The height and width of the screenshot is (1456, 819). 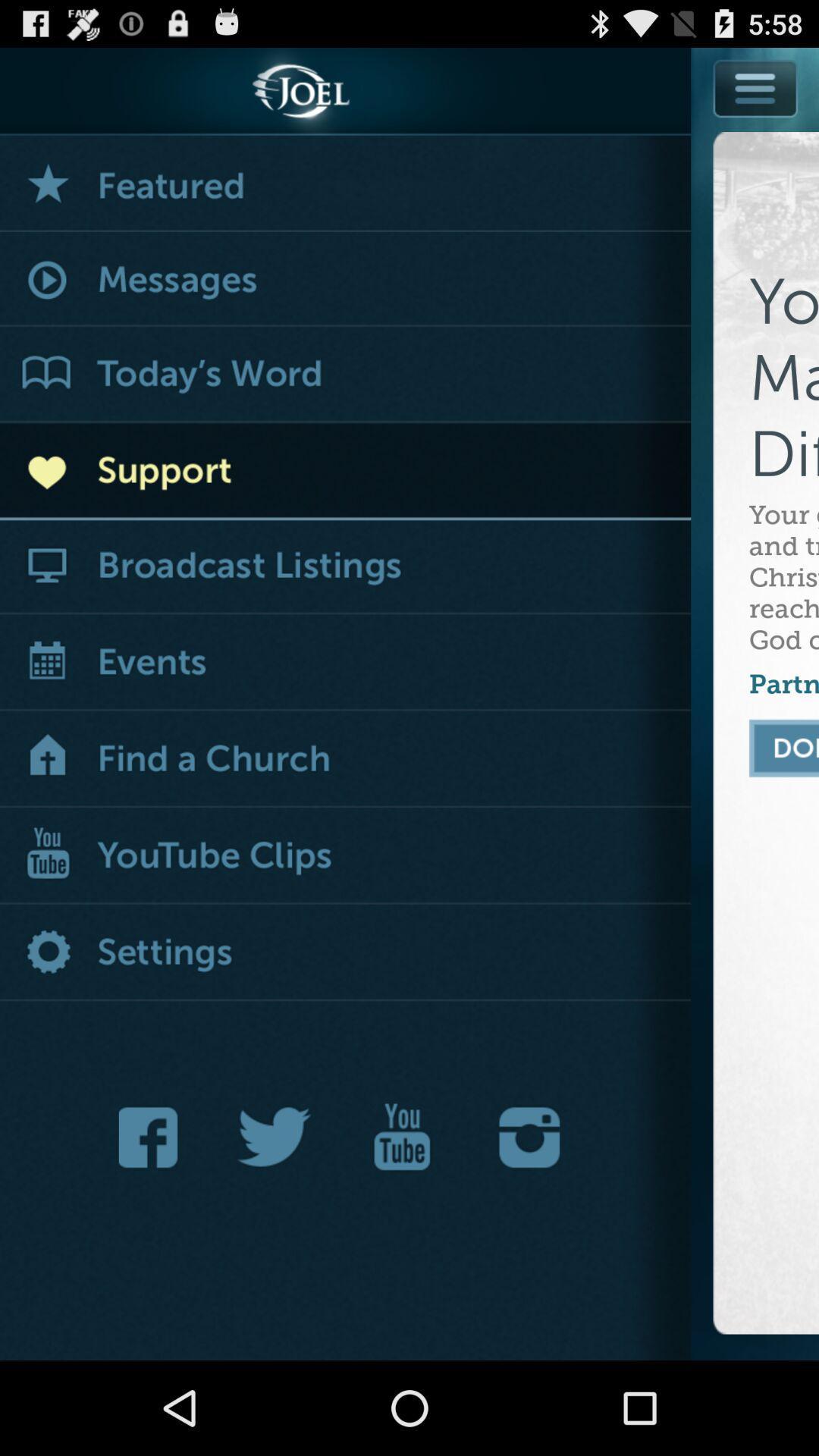 What do you see at coordinates (345, 375) in the screenshot?
I see `today 's word` at bounding box center [345, 375].